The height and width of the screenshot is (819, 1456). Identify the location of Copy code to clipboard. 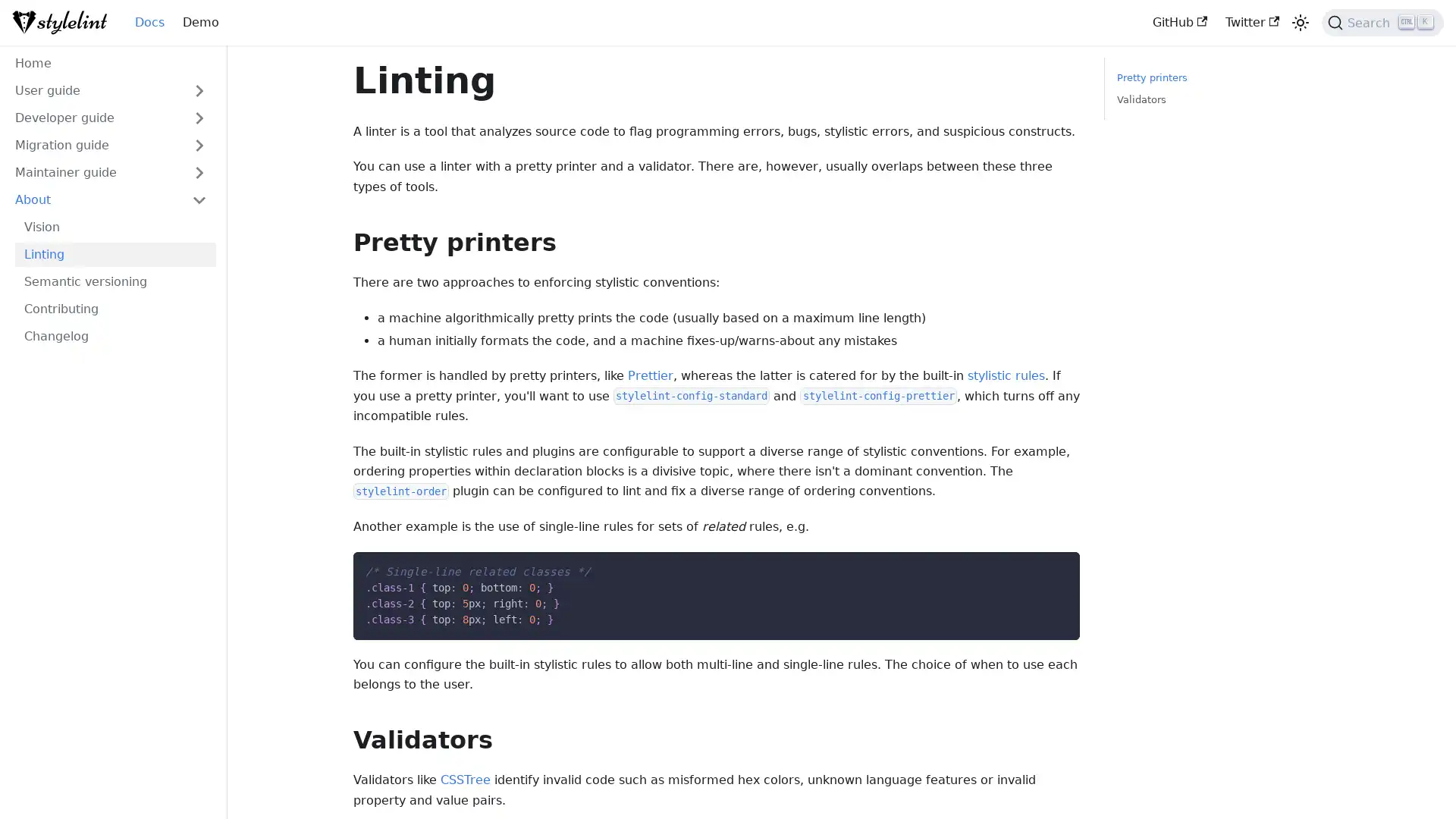
(1060, 570).